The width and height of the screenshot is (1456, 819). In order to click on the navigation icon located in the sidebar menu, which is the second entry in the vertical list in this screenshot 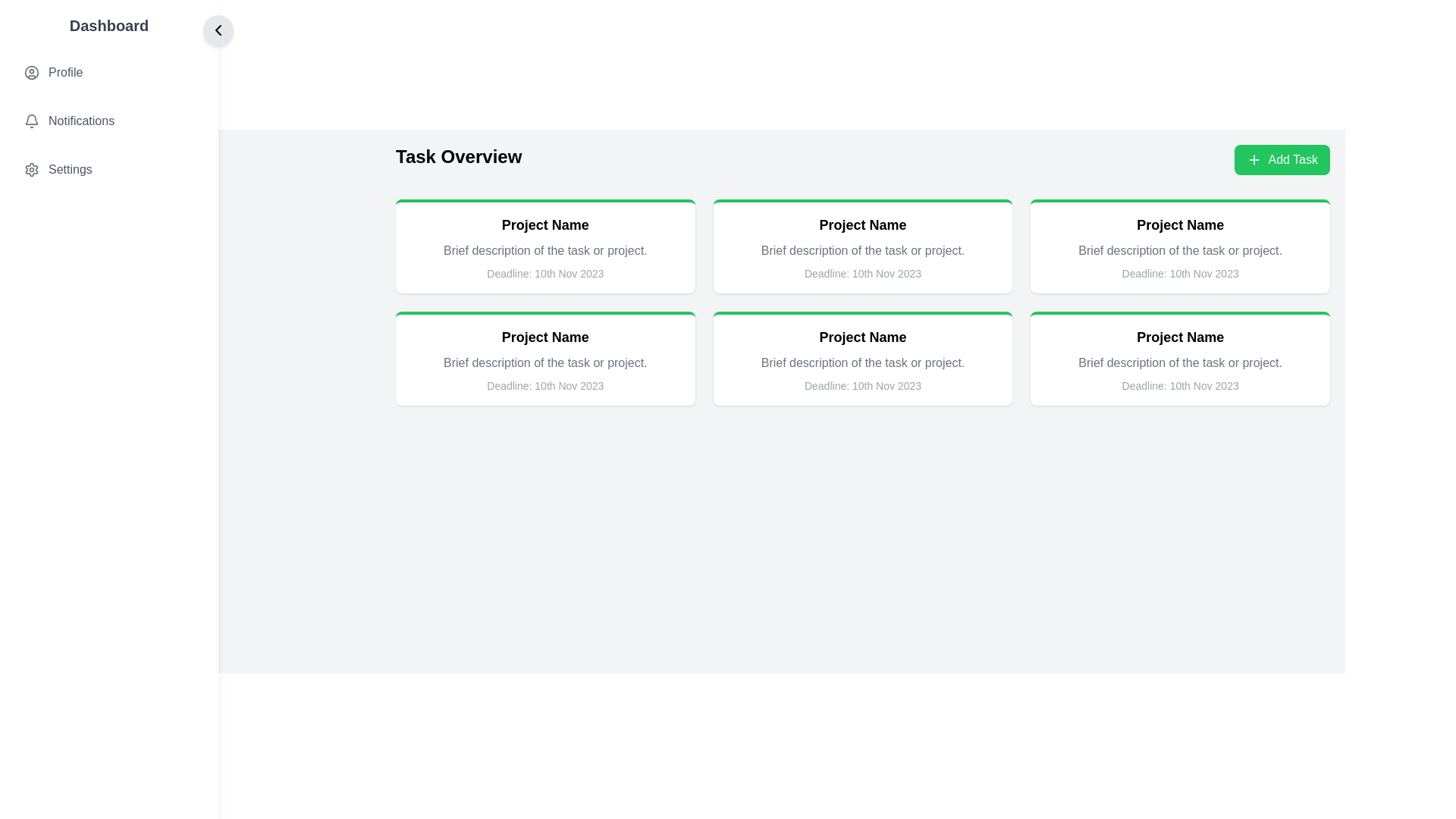, I will do `click(108, 120)`.